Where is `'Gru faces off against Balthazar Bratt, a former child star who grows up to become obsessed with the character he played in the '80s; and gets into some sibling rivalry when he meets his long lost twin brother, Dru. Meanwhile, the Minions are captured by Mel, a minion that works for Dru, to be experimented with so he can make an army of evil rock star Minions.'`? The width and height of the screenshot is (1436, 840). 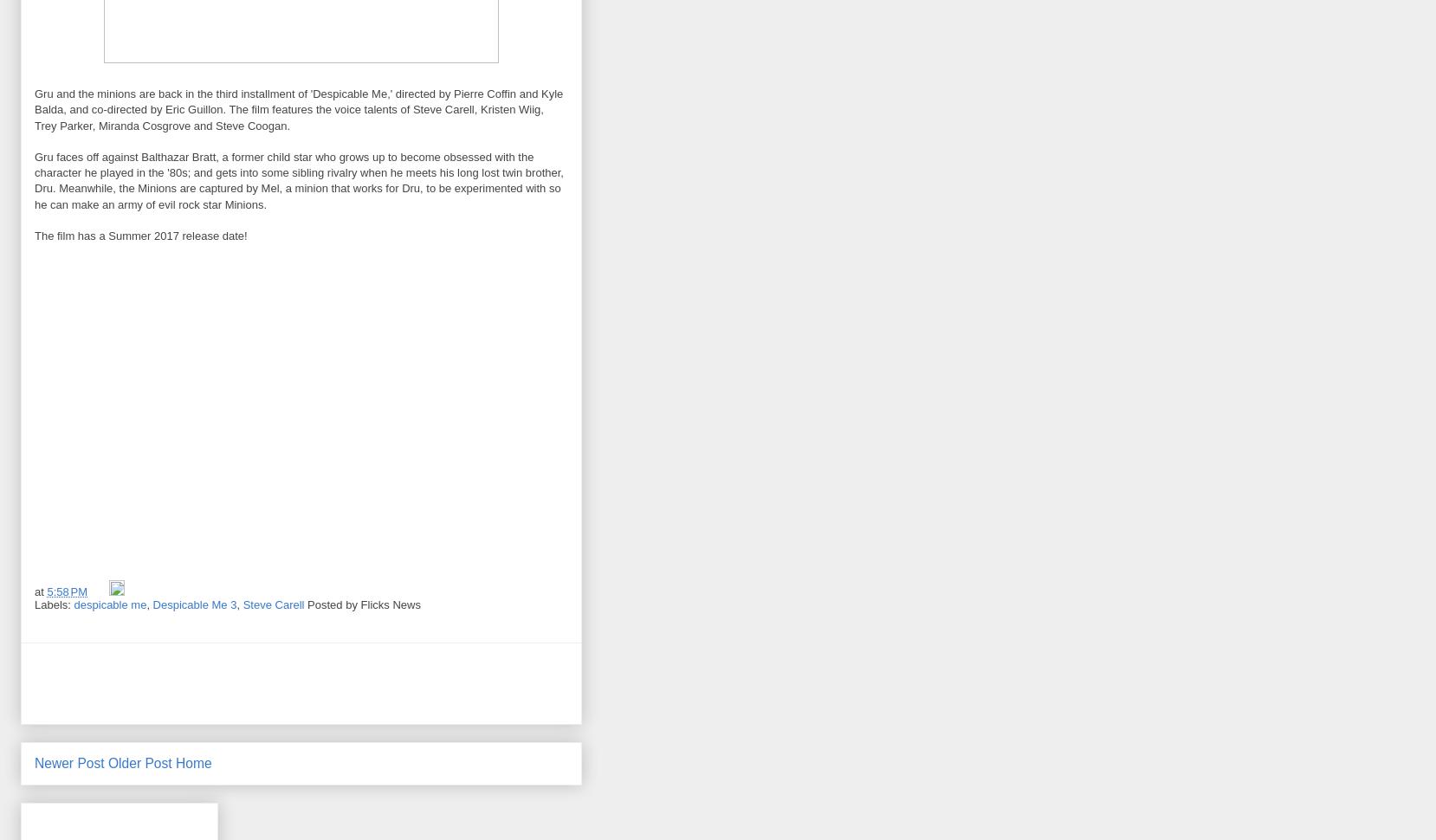 'Gru faces off against Balthazar Bratt, a former child star who grows up to become obsessed with the character he played in the '80s; and gets into some sibling rivalry when he meets his long lost twin brother, Dru. Meanwhile, the Minions are captured by Mel, a minion that works for Dru, to be experimented with so he can make an army of evil rock star Minions.' is located at coordinates (33, 179).